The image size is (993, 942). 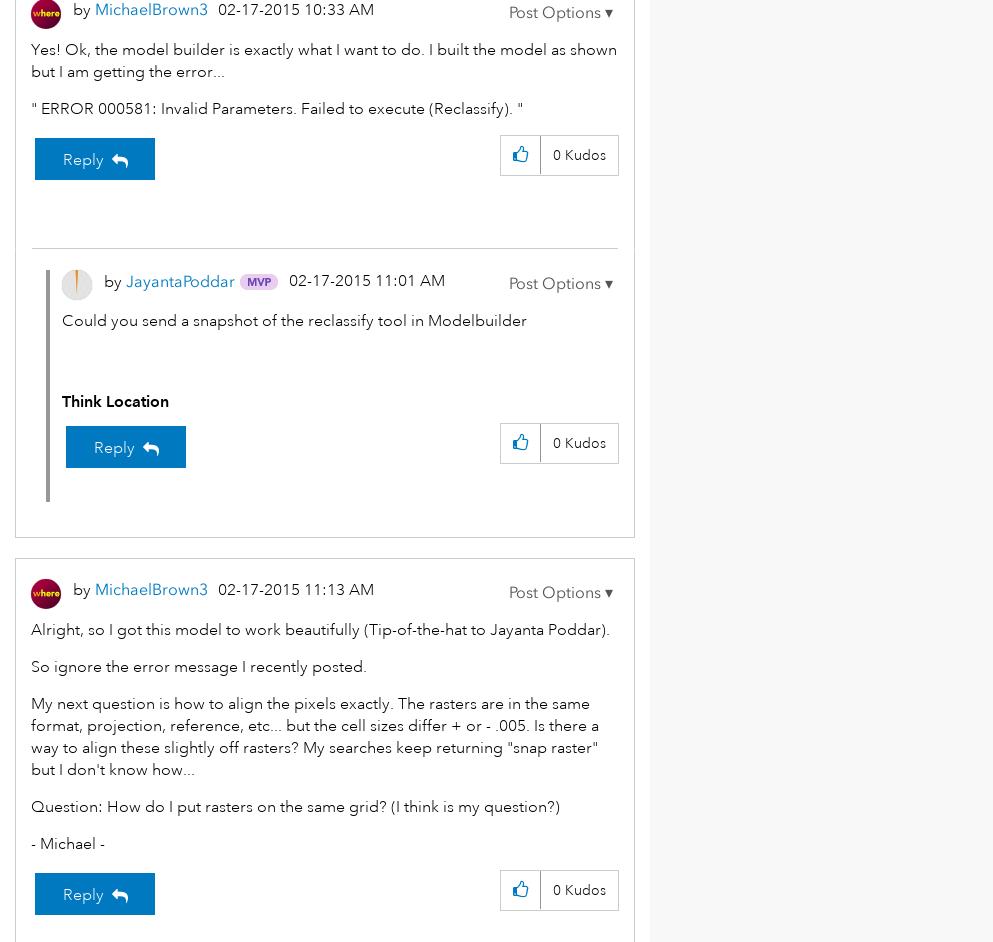 What do you see at coordinates (114, 401) in the screenshot?
I see `'Think Location'` at bounding box center [114, 401].